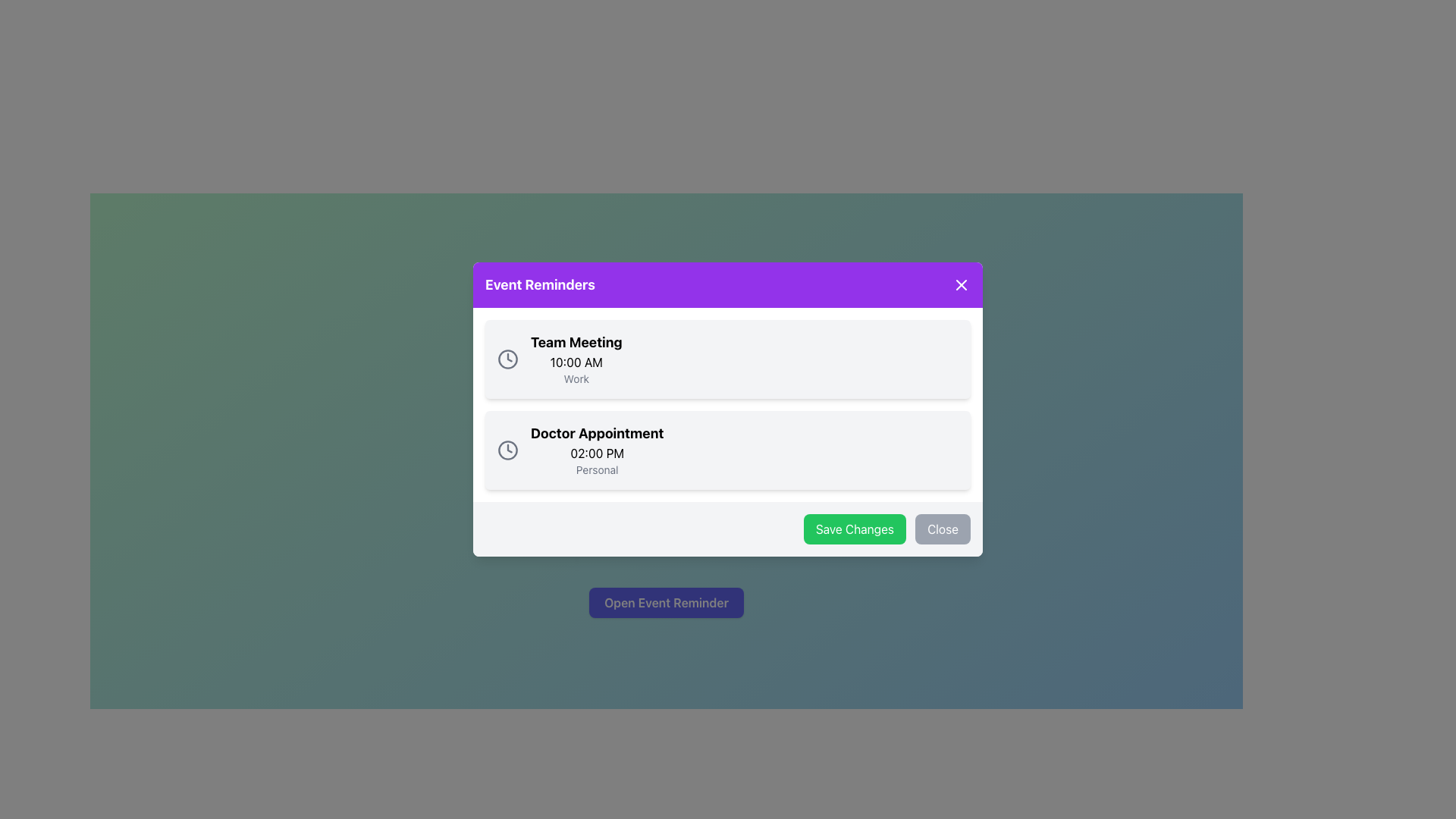 Image resolution: width=1456 pixels, height=819 pixels. Describe the element at coordinates (508, 359) in the screenshot. I see `the SVG Circle icon representing a clock face in the second event entry of the 'Event Reminders' dialog, located below the 'Team Meeting' entry` at that location.